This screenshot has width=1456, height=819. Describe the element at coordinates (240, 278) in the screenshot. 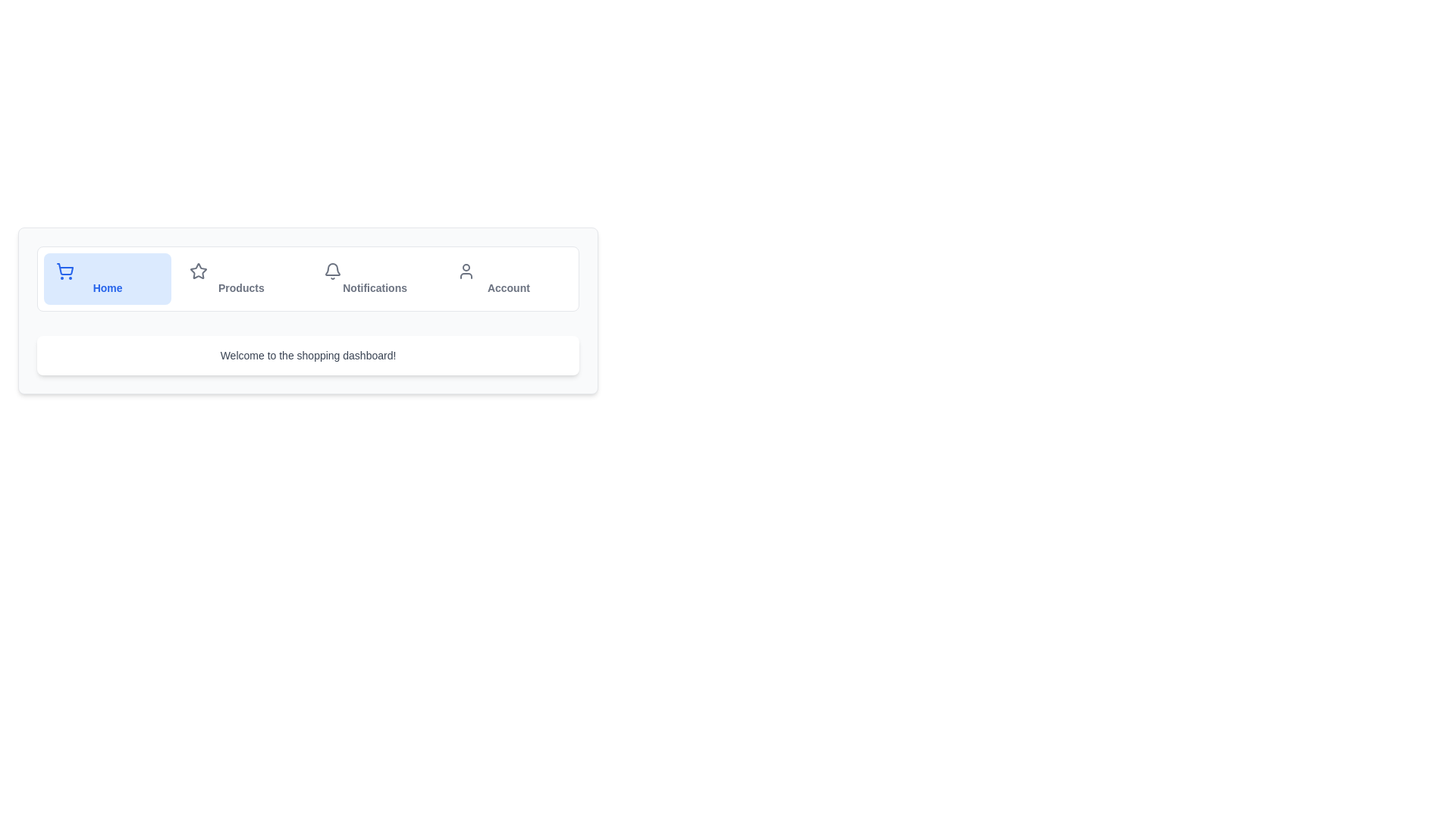

I see `the navigational button located between the 'Home' button and the 'Notifications' button` at that location.